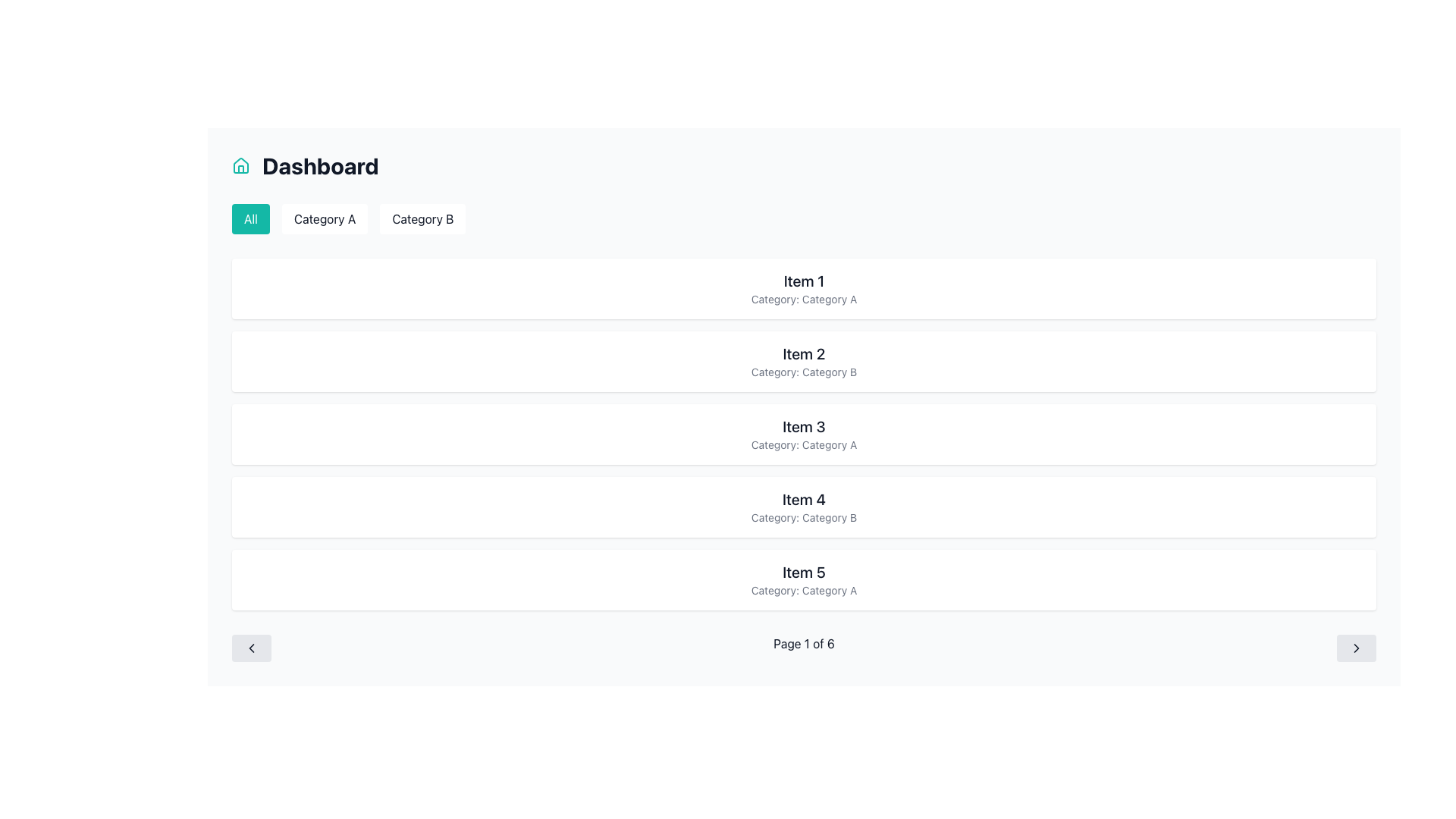 The width and height of the screenshot is (1456, 819). Describe the element at coordinates (324, 219) in the screenshot. I see `the 'Category A' button, which has a white background, rounded corners, and is positioned between the 'All' and 'Category B' buttons, to apply the 'Category A' filter` at that location.